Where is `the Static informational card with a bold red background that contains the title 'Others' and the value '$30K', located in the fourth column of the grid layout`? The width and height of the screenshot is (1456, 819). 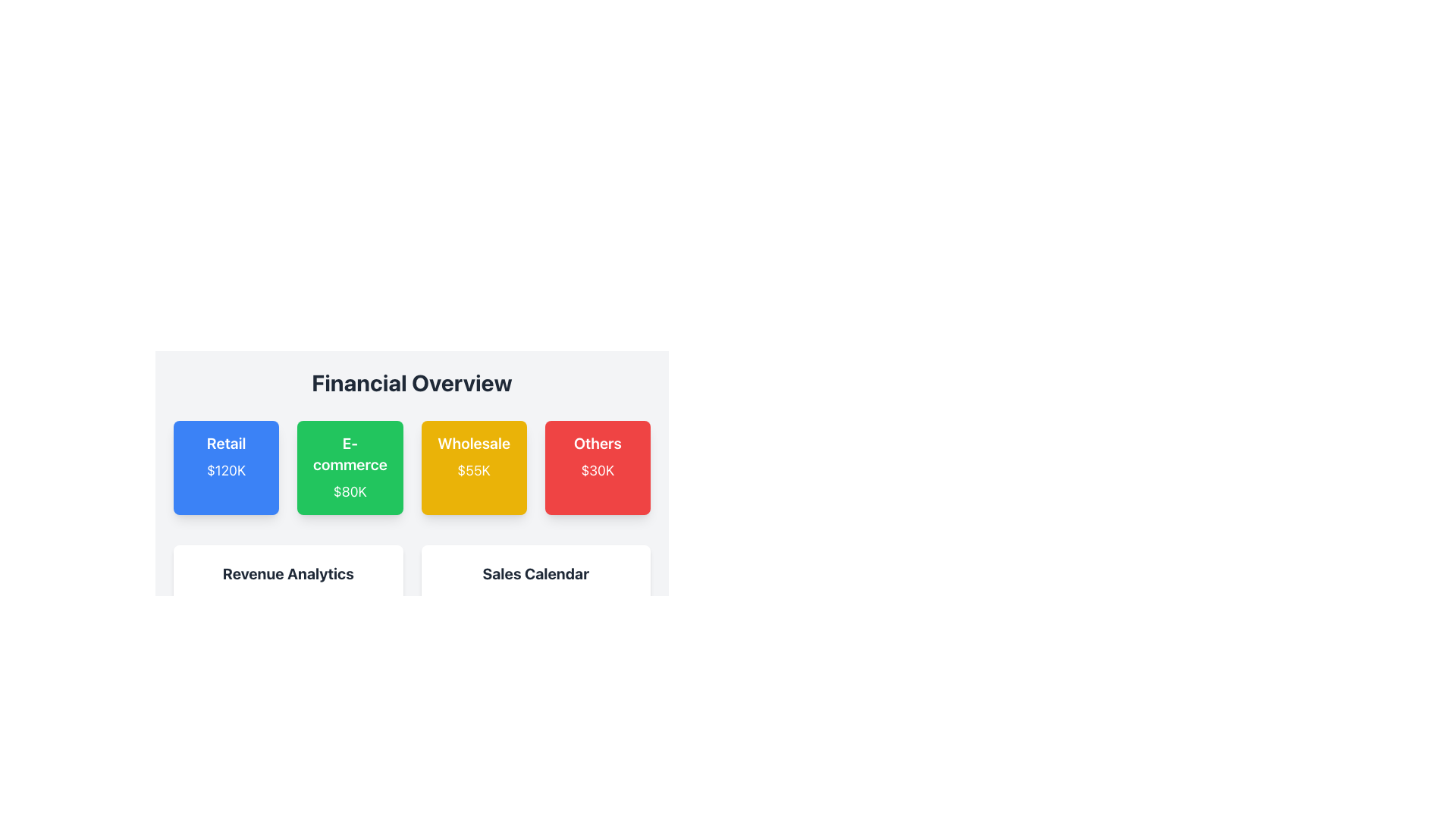
the Static informational card with a bold red background that contains the title 'Others' and the value '$30K', located in the fourth column of the grid layout is located at coordinates (597, 467).